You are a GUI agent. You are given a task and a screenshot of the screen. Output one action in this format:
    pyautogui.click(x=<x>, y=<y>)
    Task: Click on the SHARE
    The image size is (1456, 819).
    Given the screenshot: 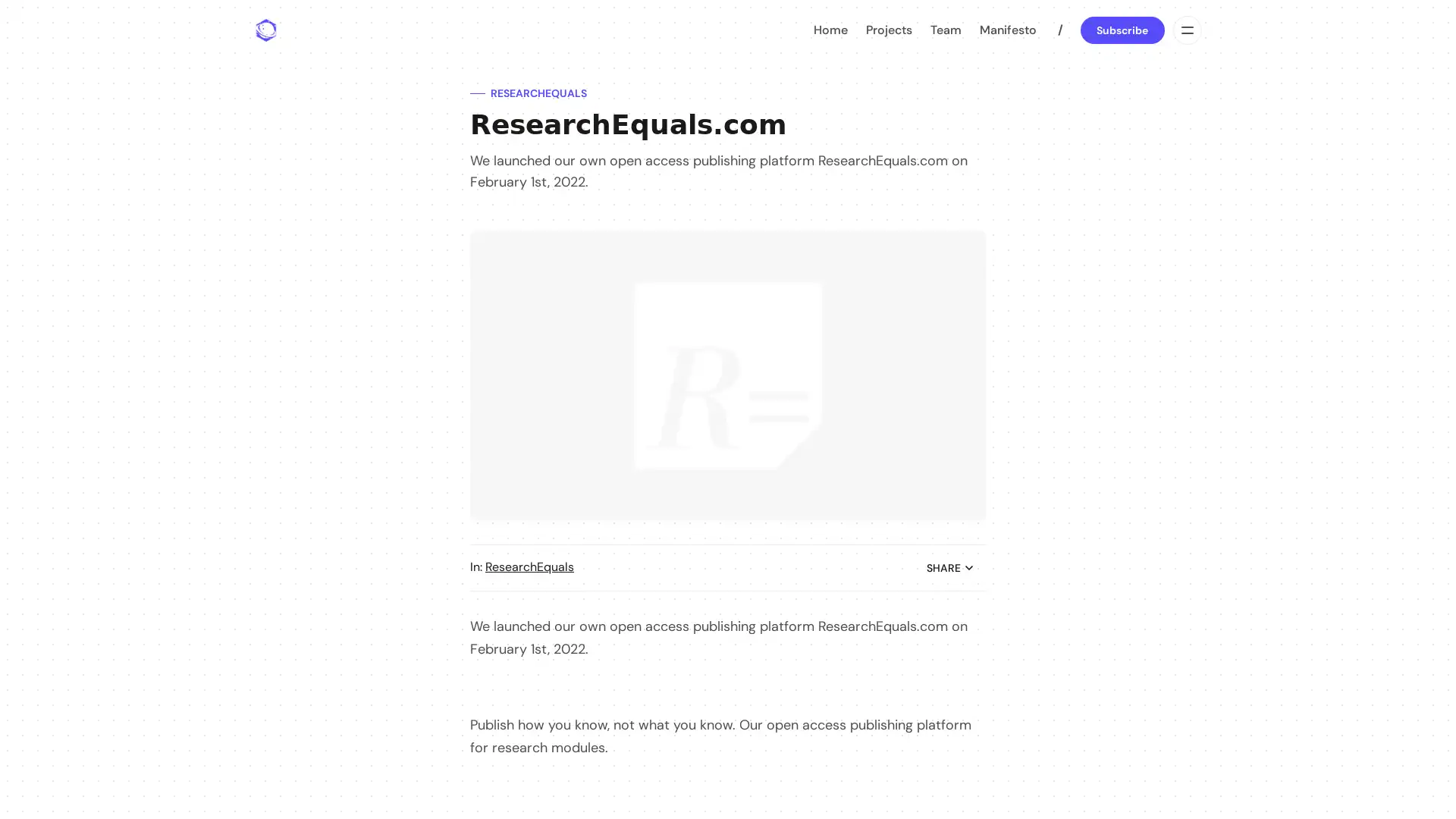 What is the action you would take?
    pyautogui.click(x=949, y=567)
    